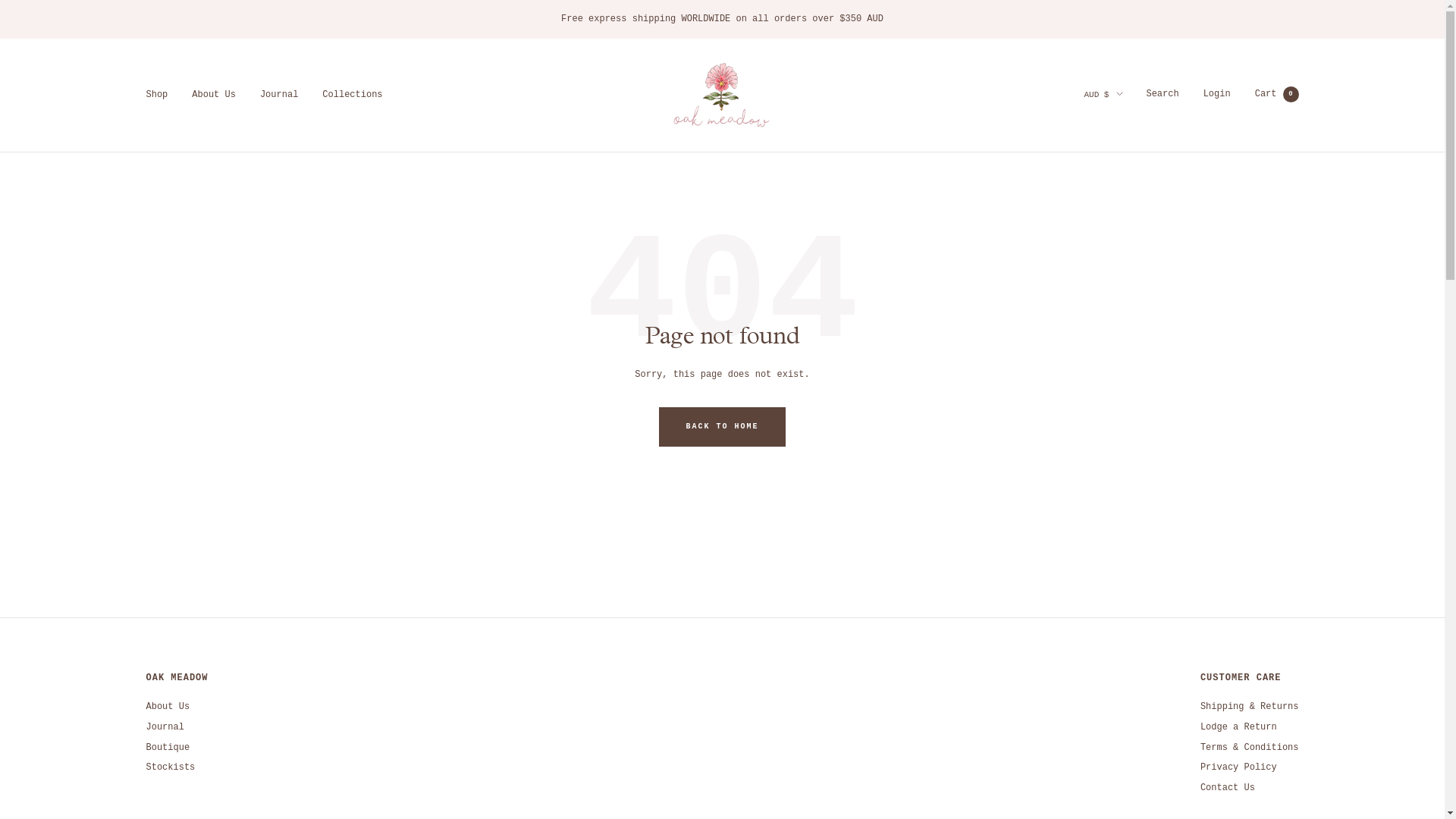 The width and height of the screenshot is (1456, 819). What do you see at coordinates (167, 747) in the screenshot?
I see `'Boutique'` at bounding box center [167, 747].